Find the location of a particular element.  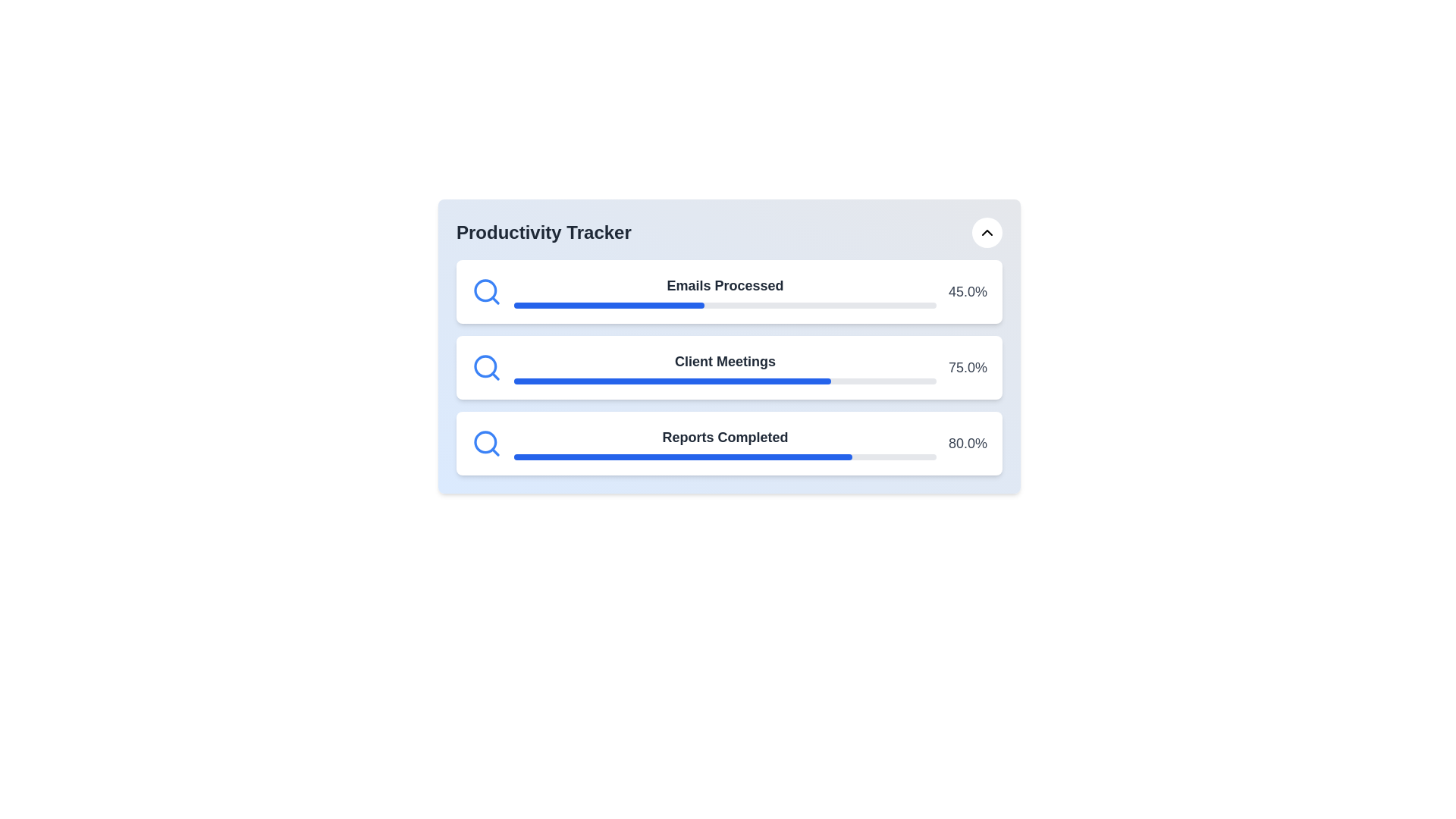

the upward-pointing chevron icon button located at the top-right corner of the main productivity tracker interface is located at coordinates (987, 233).